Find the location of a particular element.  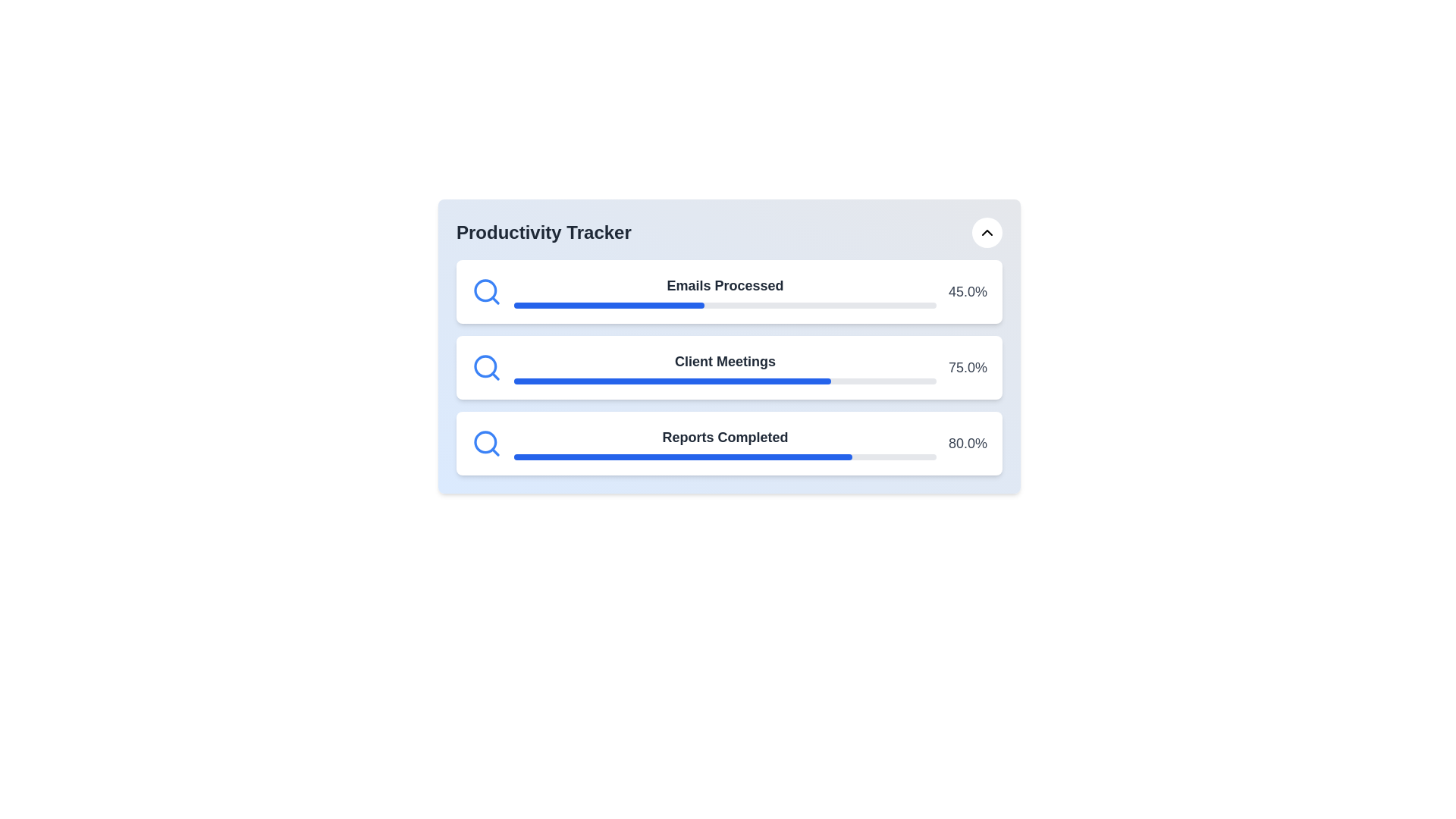

the upward-pointing chevron icon button located at the top-right corner of the main productivity tracker interface is located at coordinates (987, 233).